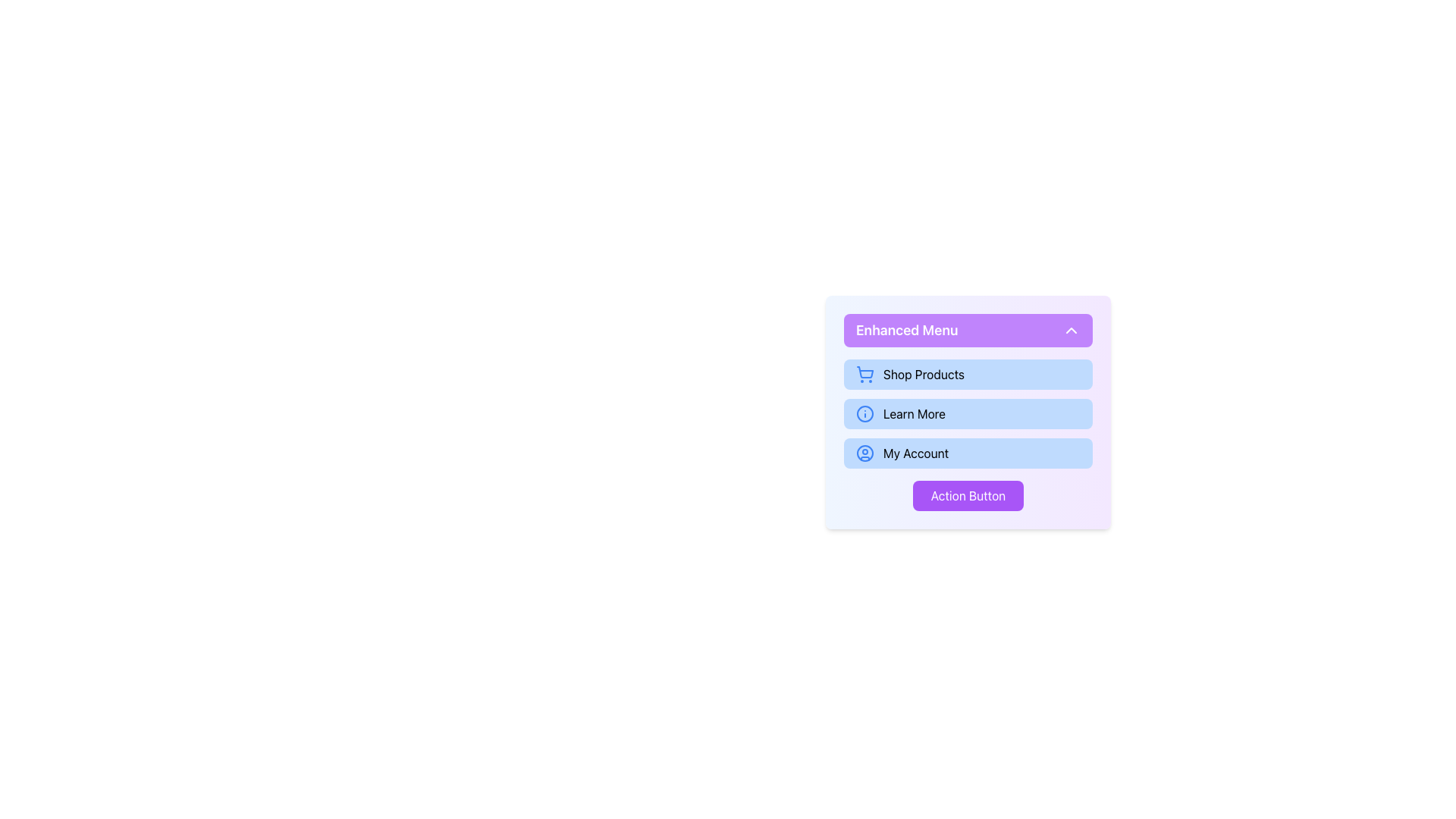 The height and width of the screenshot is (819, 1456). What do you see at coordinates (865, 414) in the screenshot?
I see `the icon that indicates the type of information associated with the 'Learn More' button, located to the left of the 'Learn More' text in the second row of the 'Enhanced Menu'` at bounding box center [865, 414].